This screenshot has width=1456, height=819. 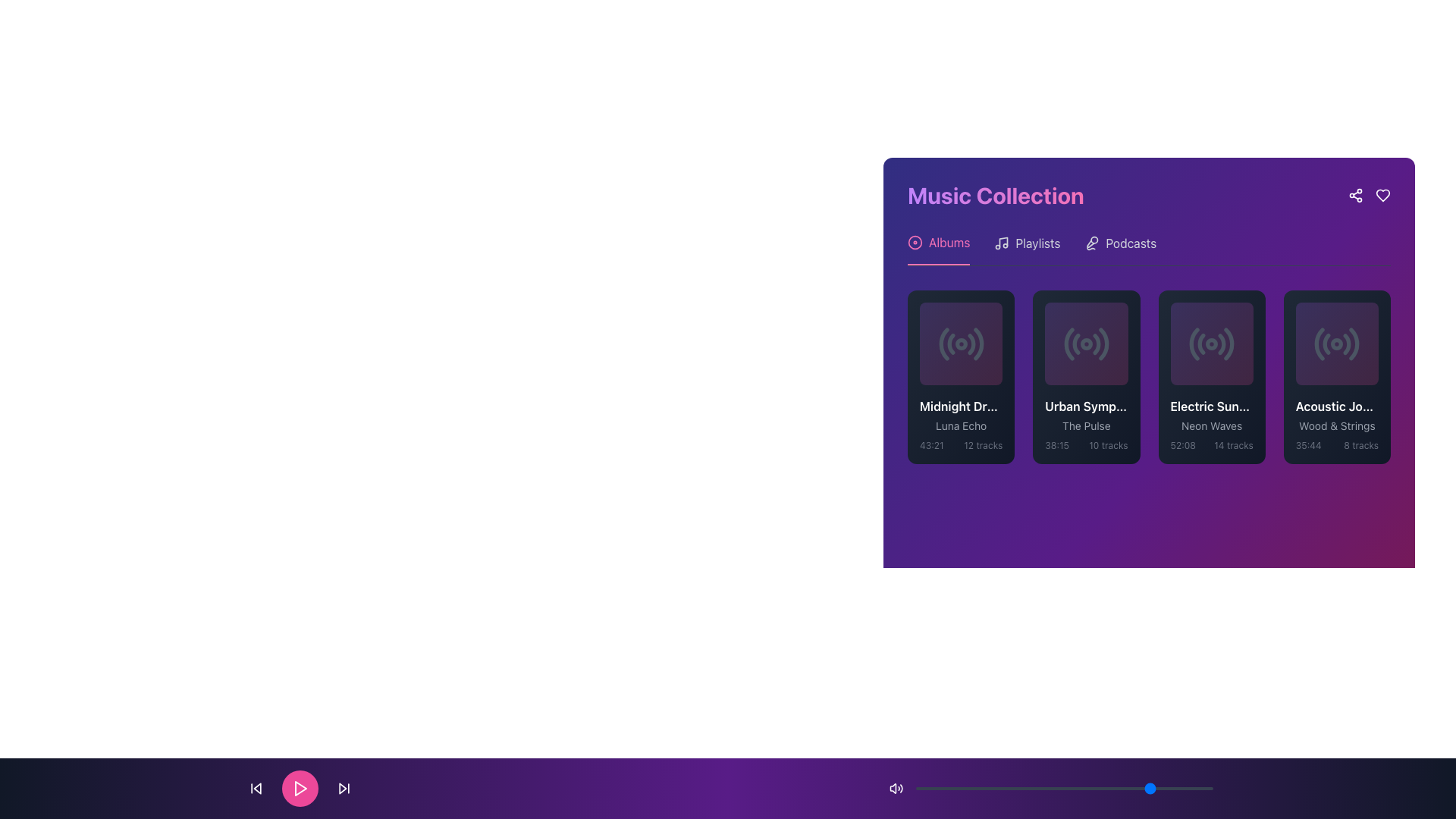 I want to click on the play/pause button, so click(x=300, y=788).